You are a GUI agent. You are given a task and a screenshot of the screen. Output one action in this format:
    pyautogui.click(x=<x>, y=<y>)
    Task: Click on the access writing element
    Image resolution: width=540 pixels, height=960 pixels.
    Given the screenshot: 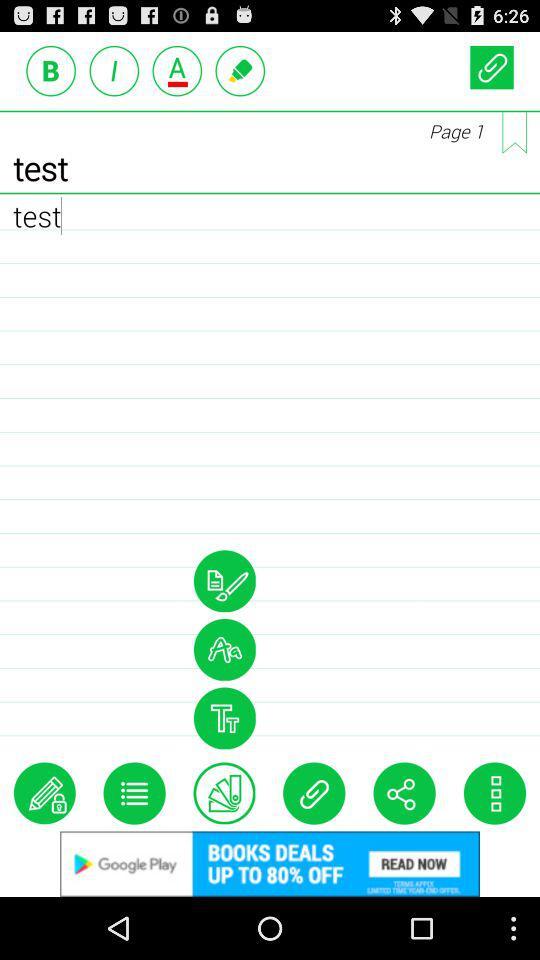 What is the action you would take?
    pyautogui.click(x=240, y=70)
    